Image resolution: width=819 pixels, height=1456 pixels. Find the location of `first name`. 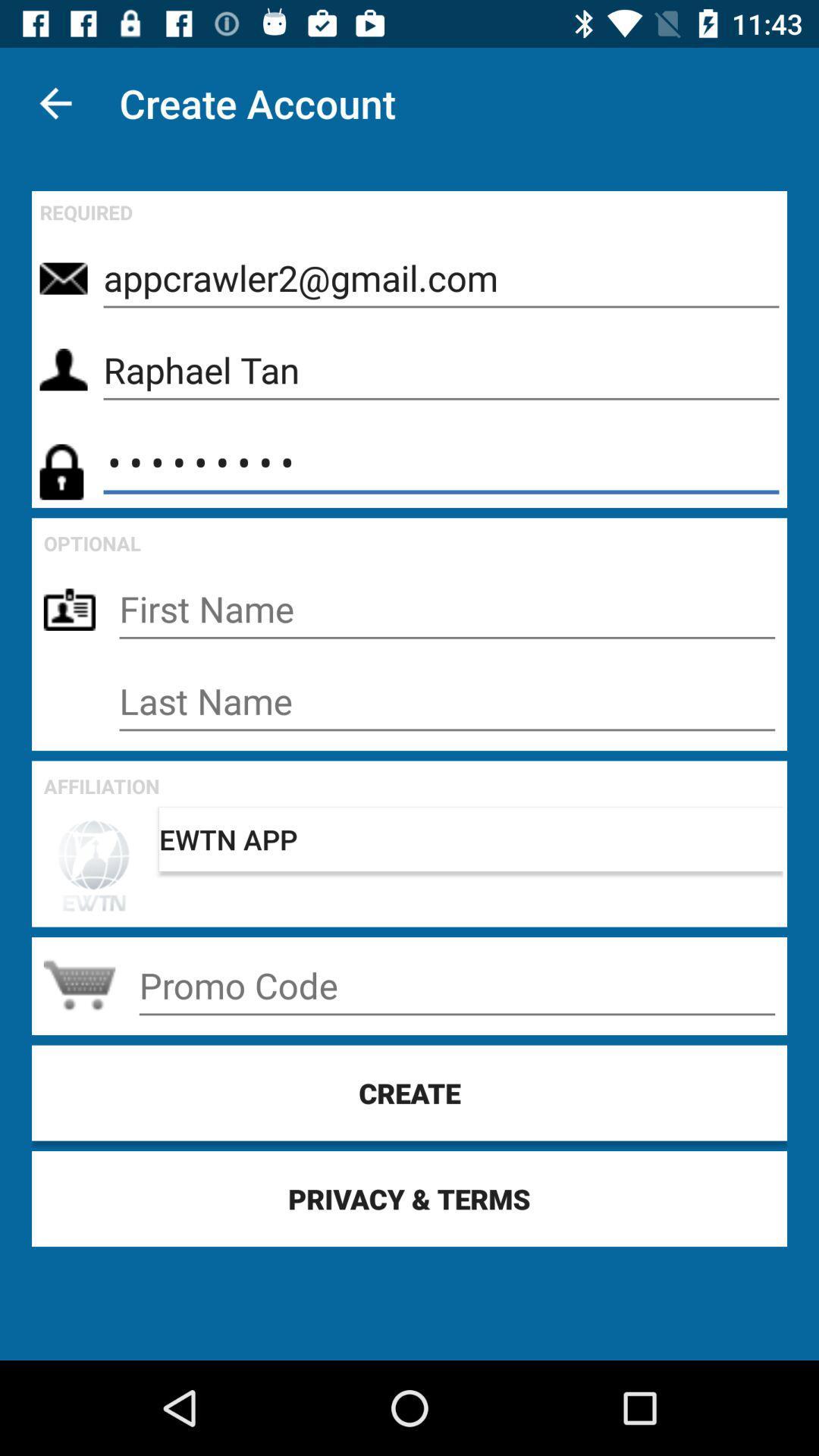

first name is located at coordinates (446, 609).